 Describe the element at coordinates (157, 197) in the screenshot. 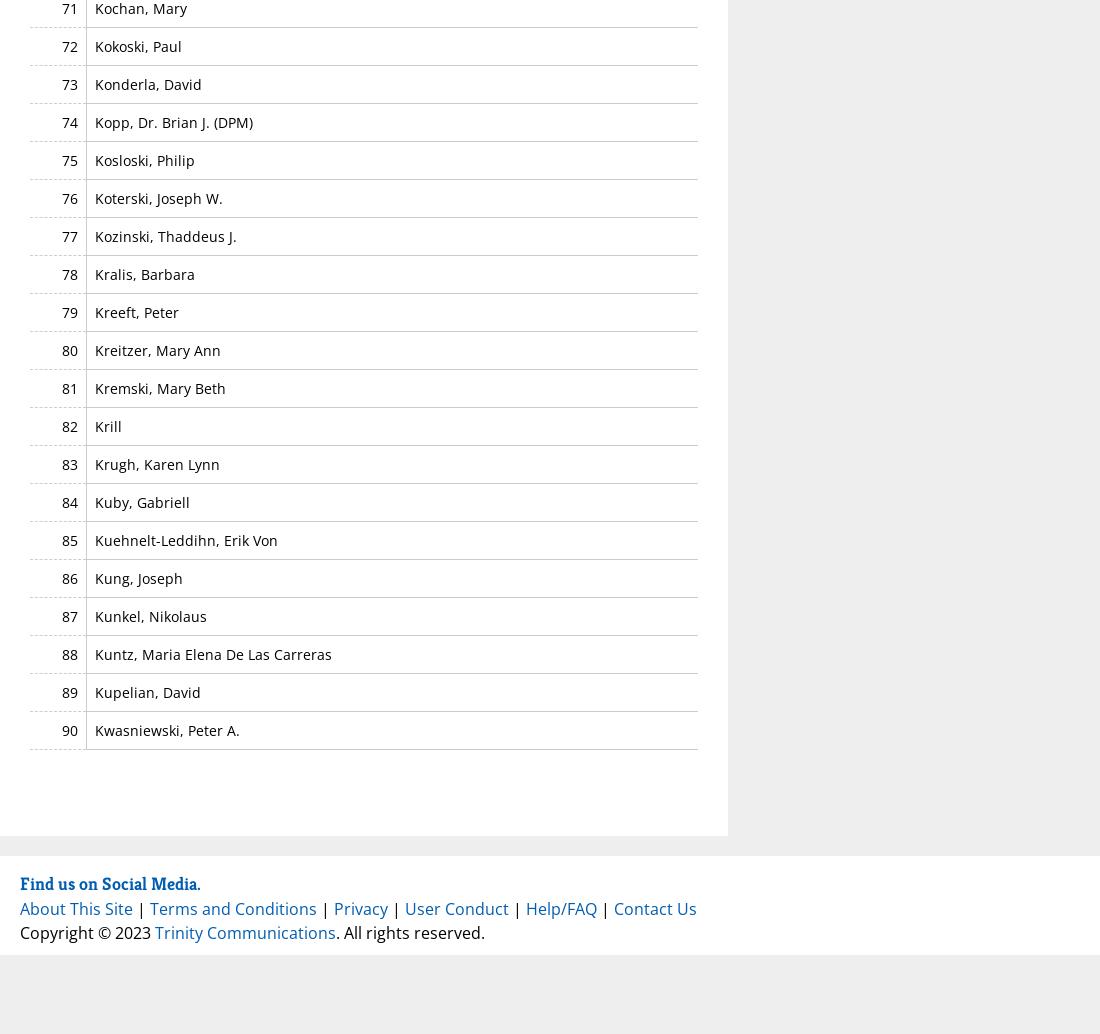

I see `'Koterski, Joseph W.'` at that location.